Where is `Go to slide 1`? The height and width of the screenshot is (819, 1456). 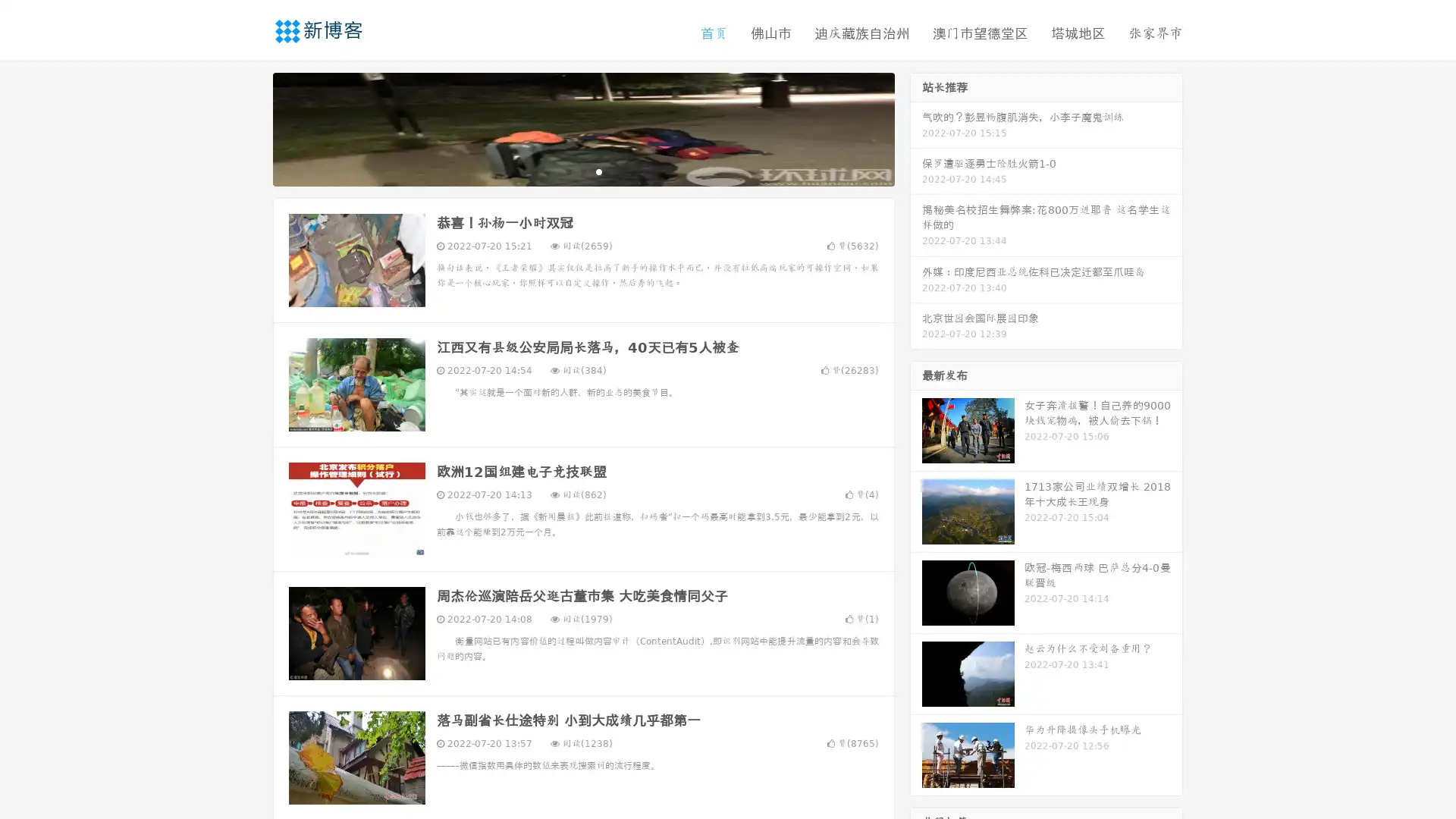 Go to slide 1 is located at coordinates (567, 171).